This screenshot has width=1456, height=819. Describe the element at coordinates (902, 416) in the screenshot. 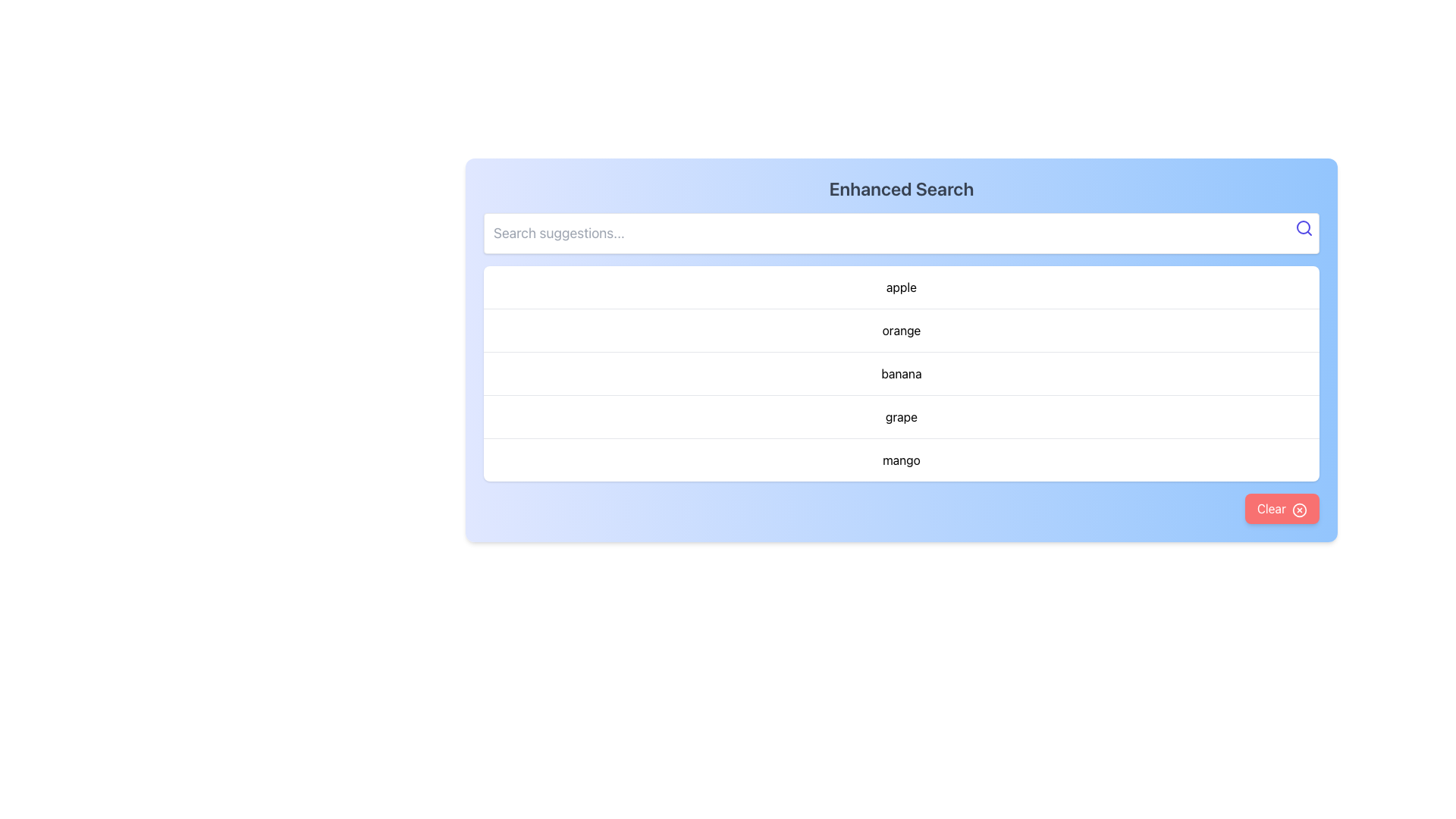

I see `the list item containing the text 'grape', which is the fourth item in a vertically stacked list on a minimalistic white background` at that location.